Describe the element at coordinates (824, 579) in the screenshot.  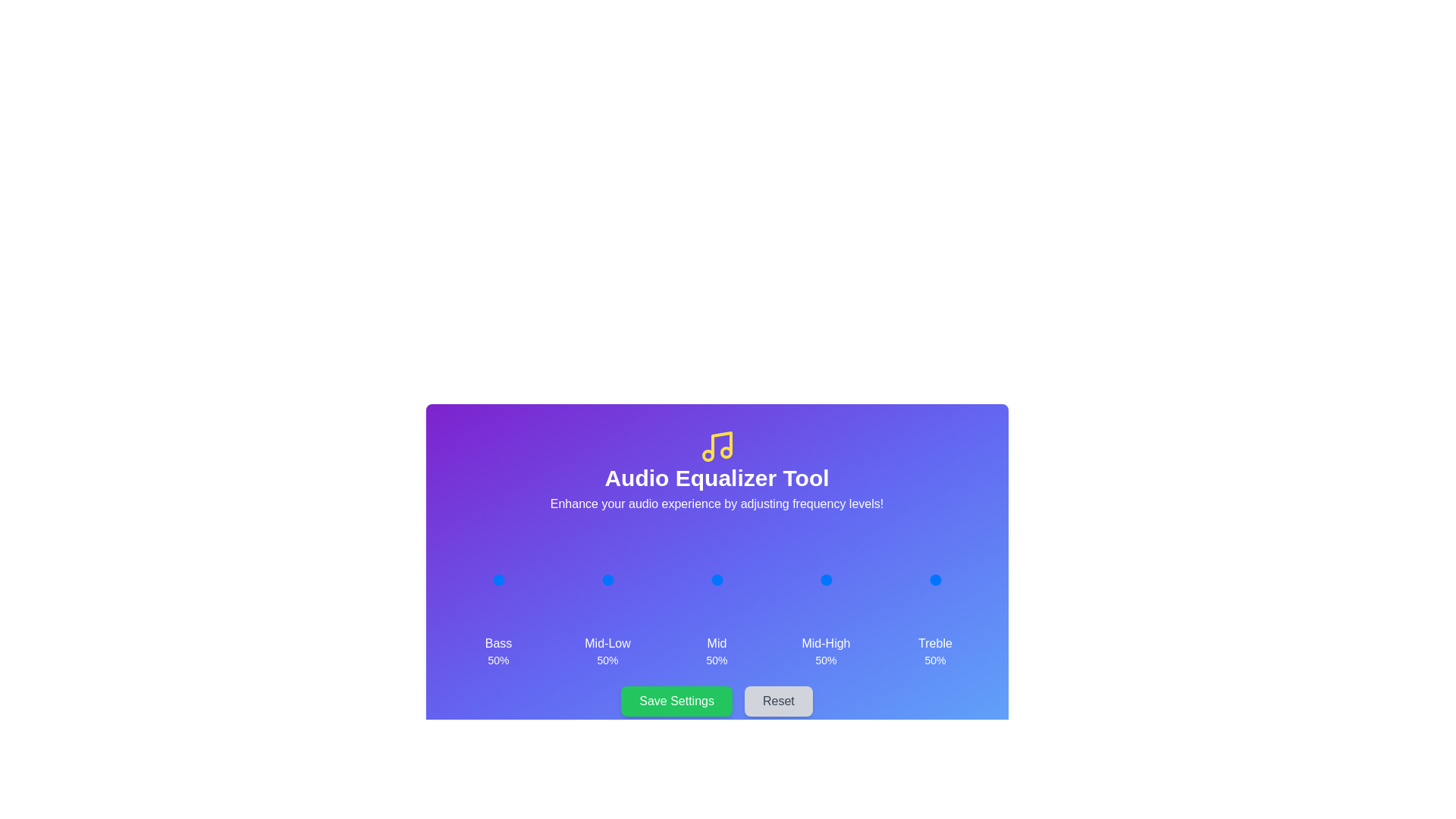
I see `the 3 slider to 47%` at that location.